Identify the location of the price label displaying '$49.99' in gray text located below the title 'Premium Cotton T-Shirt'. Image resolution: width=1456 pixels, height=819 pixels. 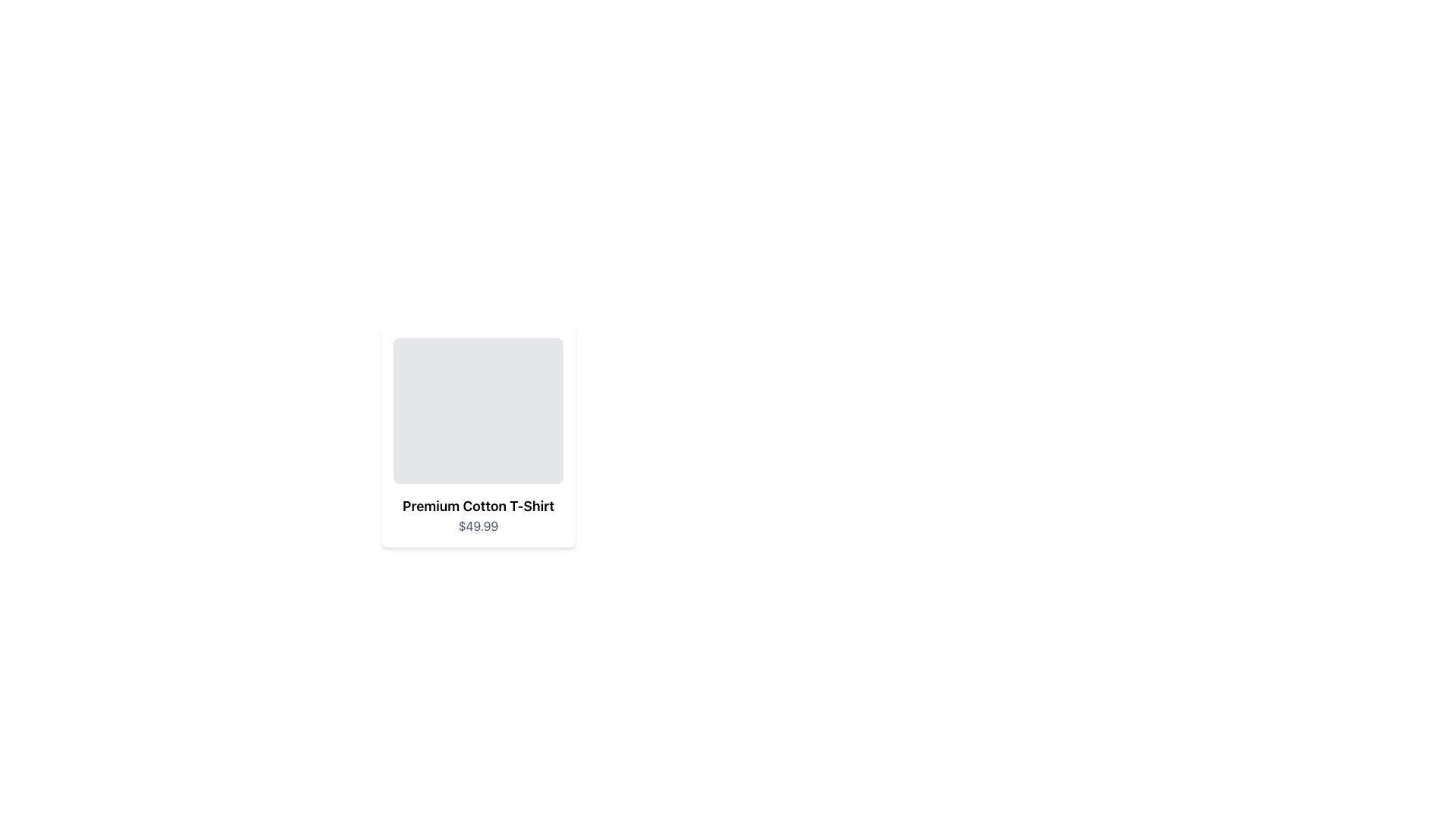
(477, 526).